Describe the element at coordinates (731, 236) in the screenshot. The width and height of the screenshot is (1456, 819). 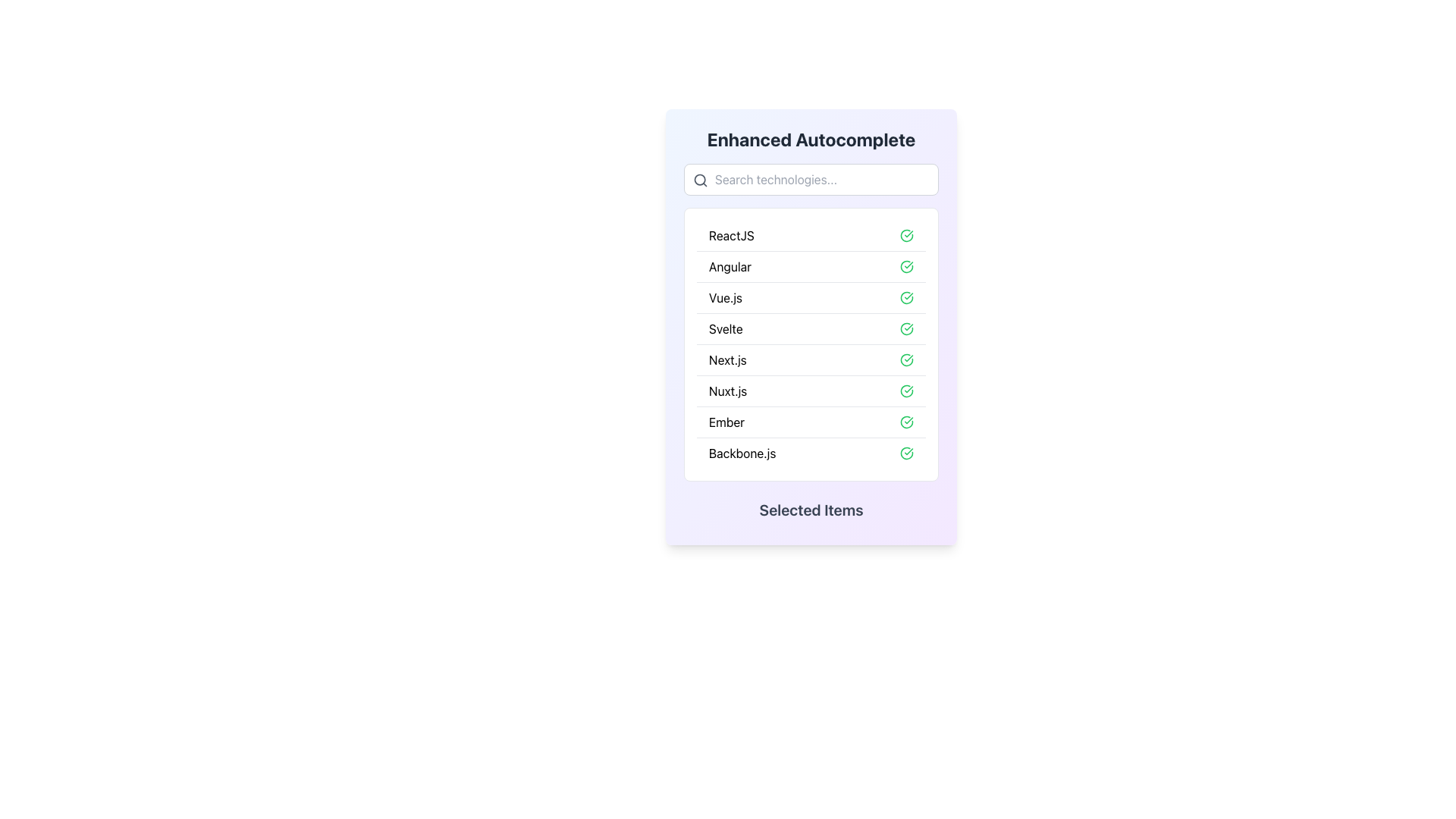
I see `the 'ReactJS' selectable list item label` at that location.